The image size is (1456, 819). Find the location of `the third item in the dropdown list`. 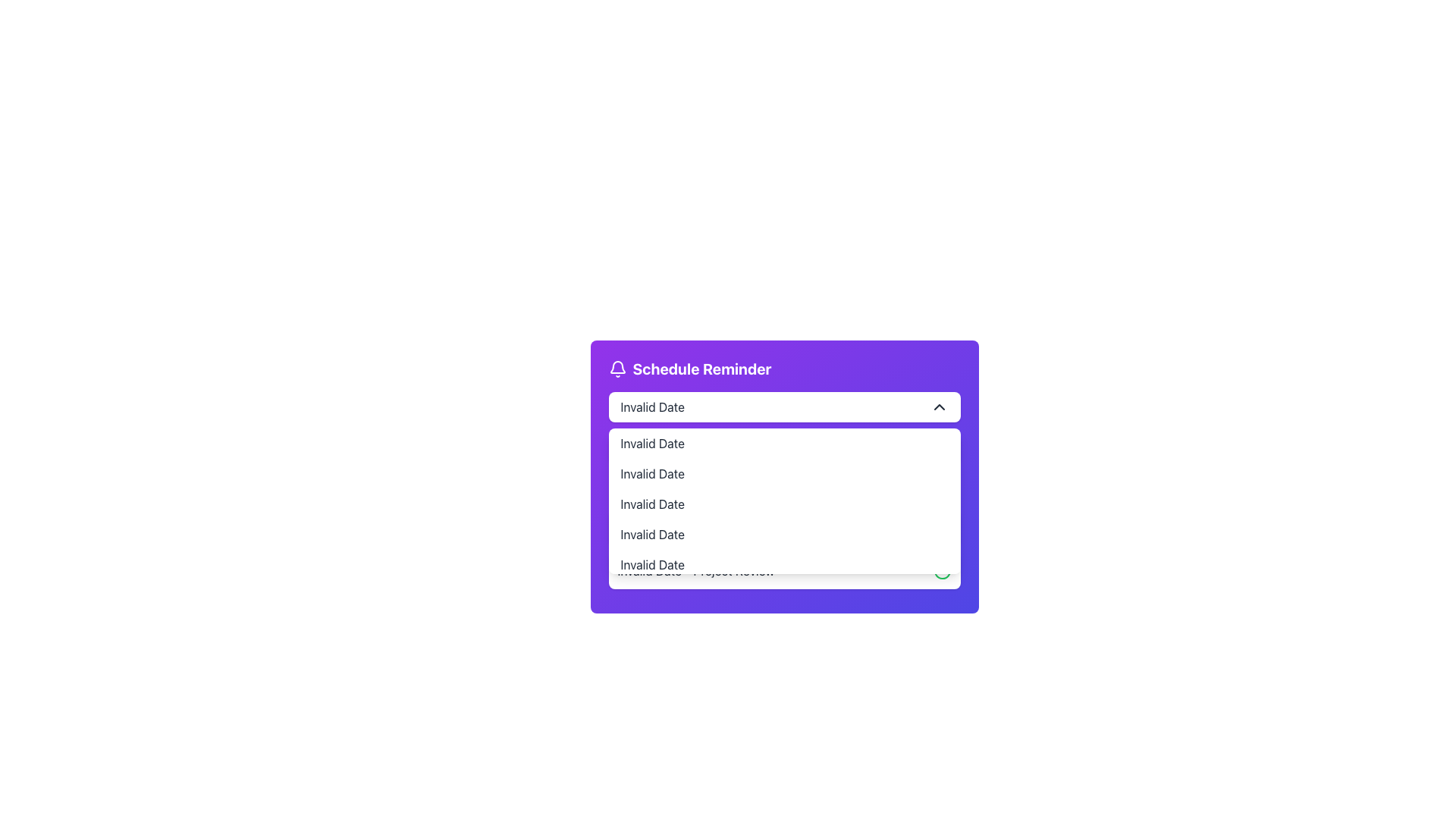

the third item in the dropdown list is located at coordinates (784, 504).